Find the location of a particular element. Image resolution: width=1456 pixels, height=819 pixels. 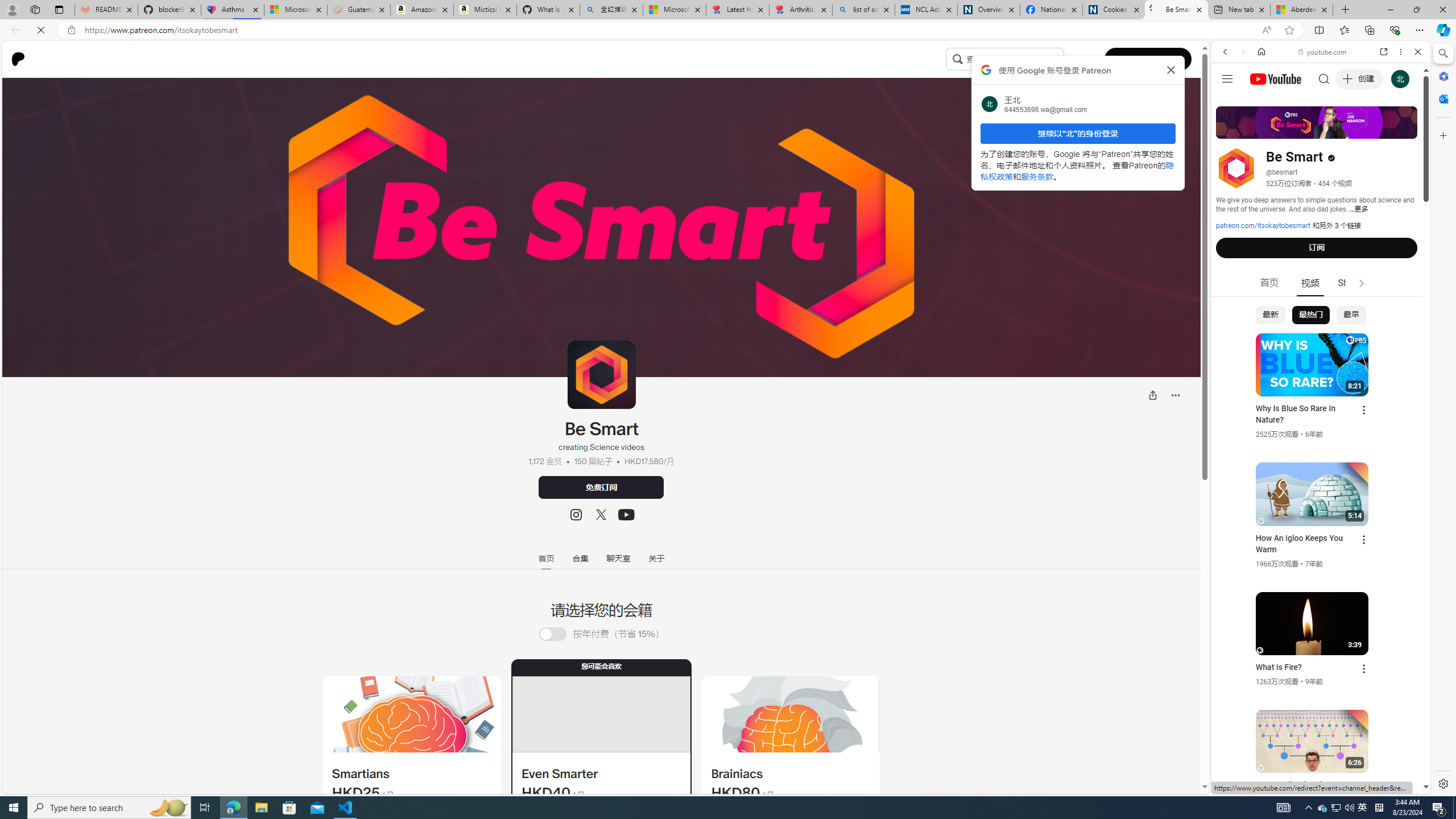

'YouTube - YouTube' is located at coordinates (1316, 560).